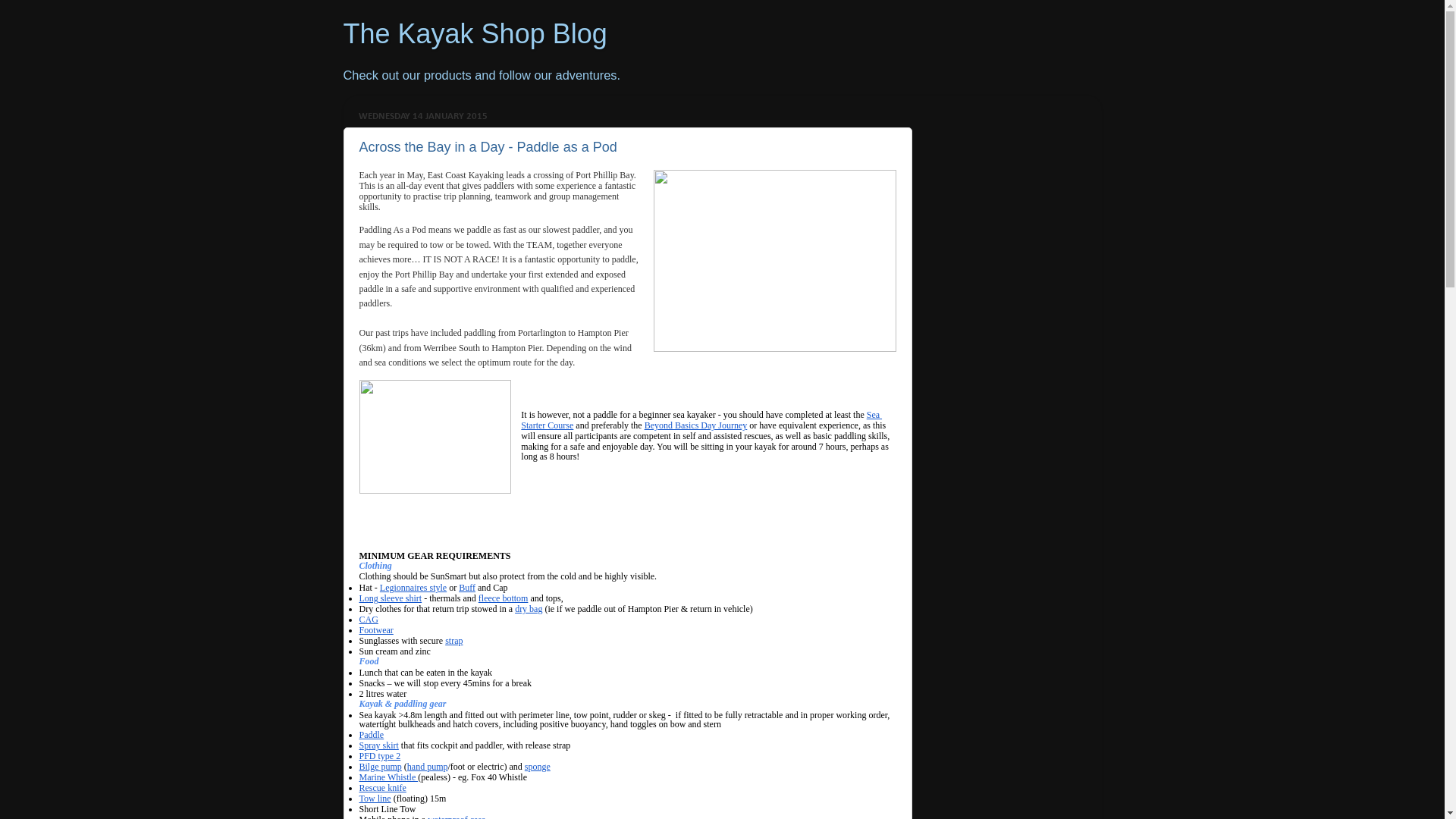  Describe the element at coordinates (369, 620) in the screenshot. I see `'CAG'` at that location.